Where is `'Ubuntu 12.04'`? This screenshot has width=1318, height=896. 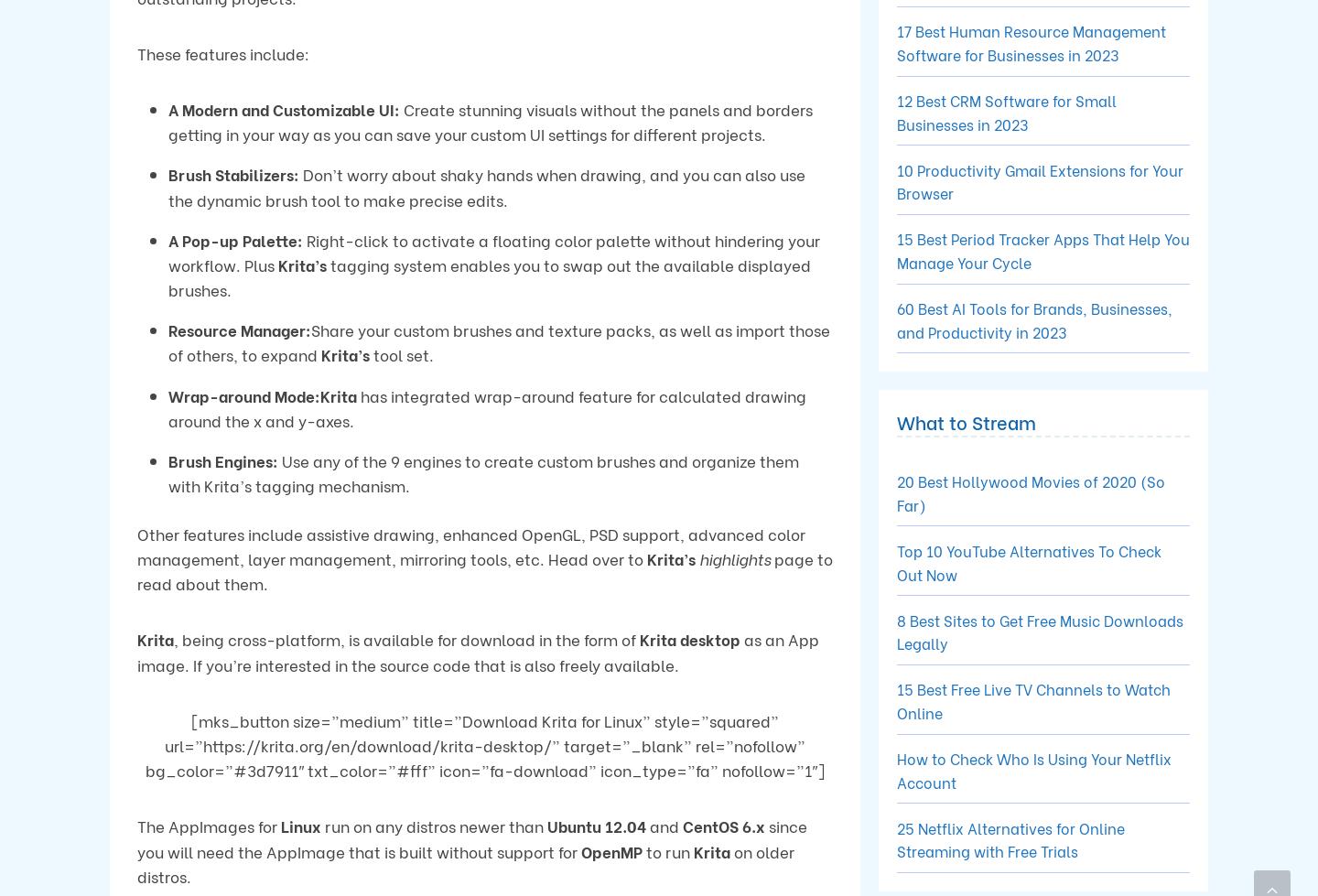 'Ubuntu 12.04' is located at coordinates (596, 825).